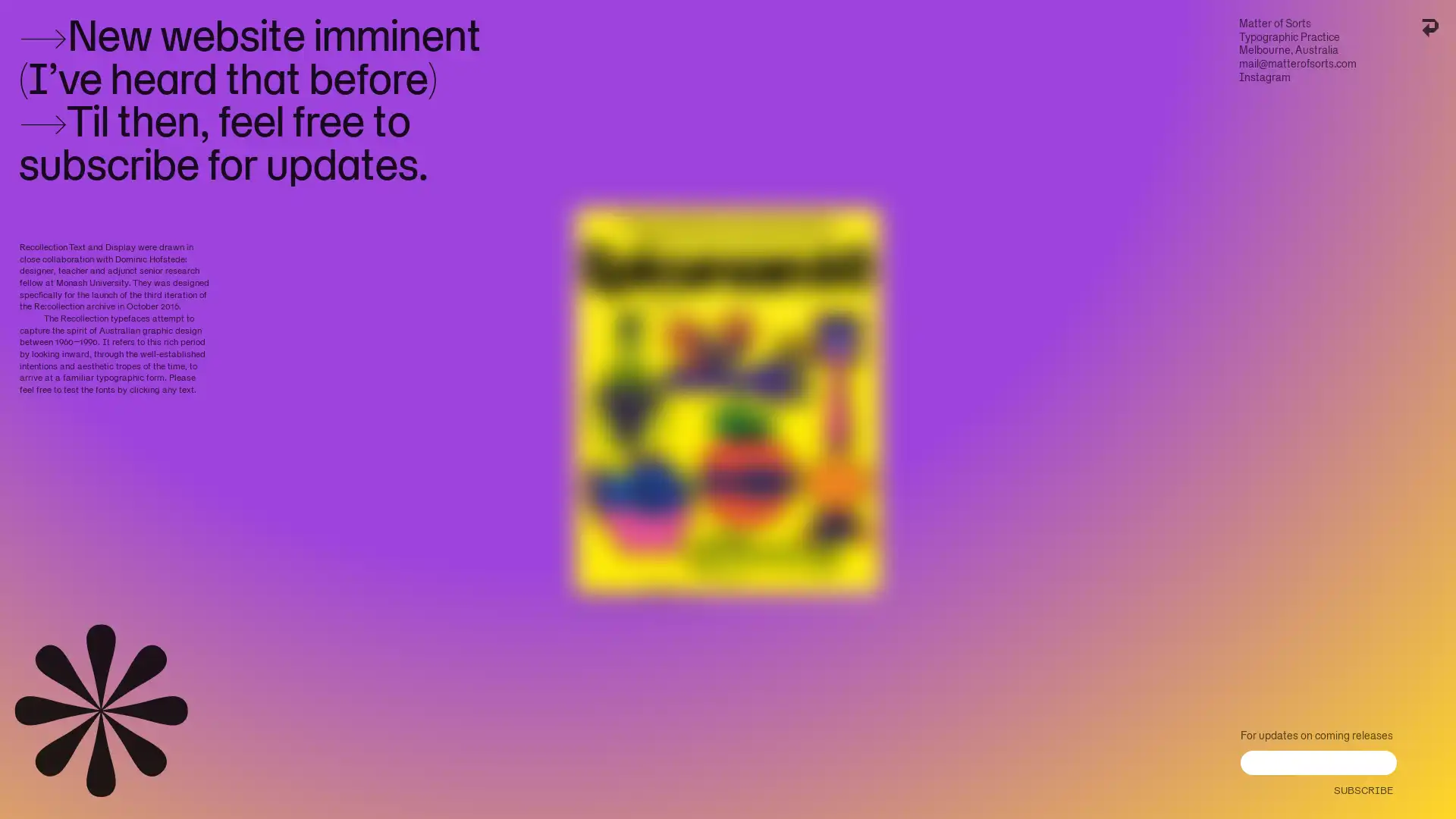 The image size is (1456, 819). What do you see at coordinates (1361, 786) in the screenshot?
I see `Subscribe` at bounding box center [1361, 786].